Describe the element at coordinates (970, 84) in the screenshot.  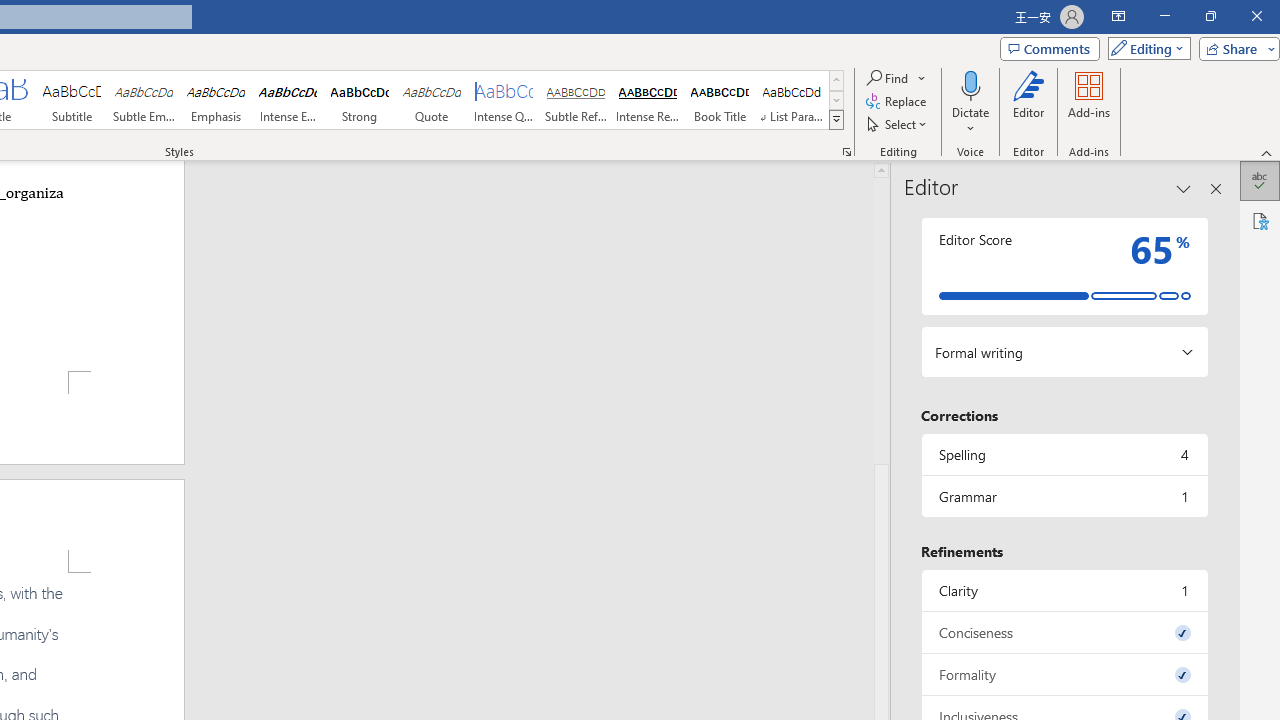
I see `'Dictate'` at that location.